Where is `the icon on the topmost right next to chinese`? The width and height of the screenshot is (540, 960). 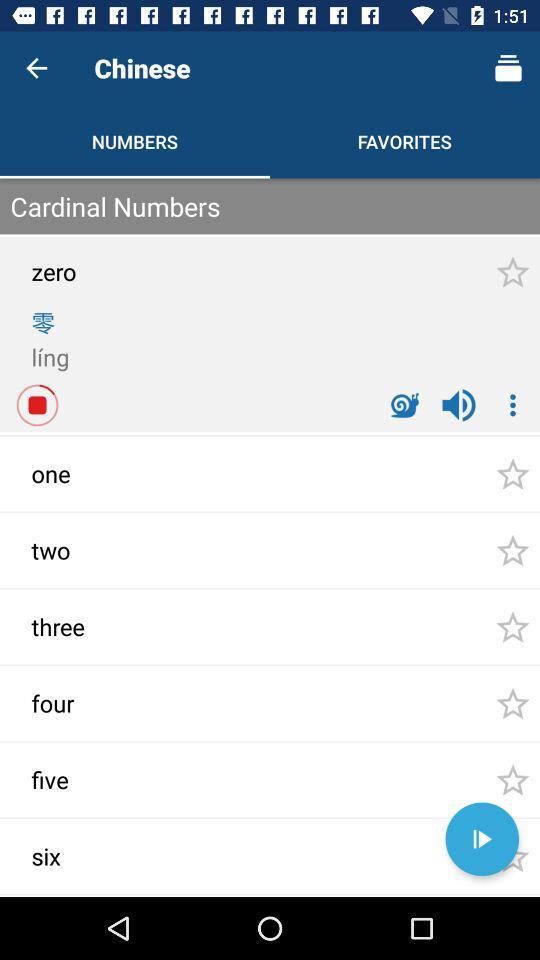 the icon on the topmost right next to chinese is located at coordinates (508, 68).